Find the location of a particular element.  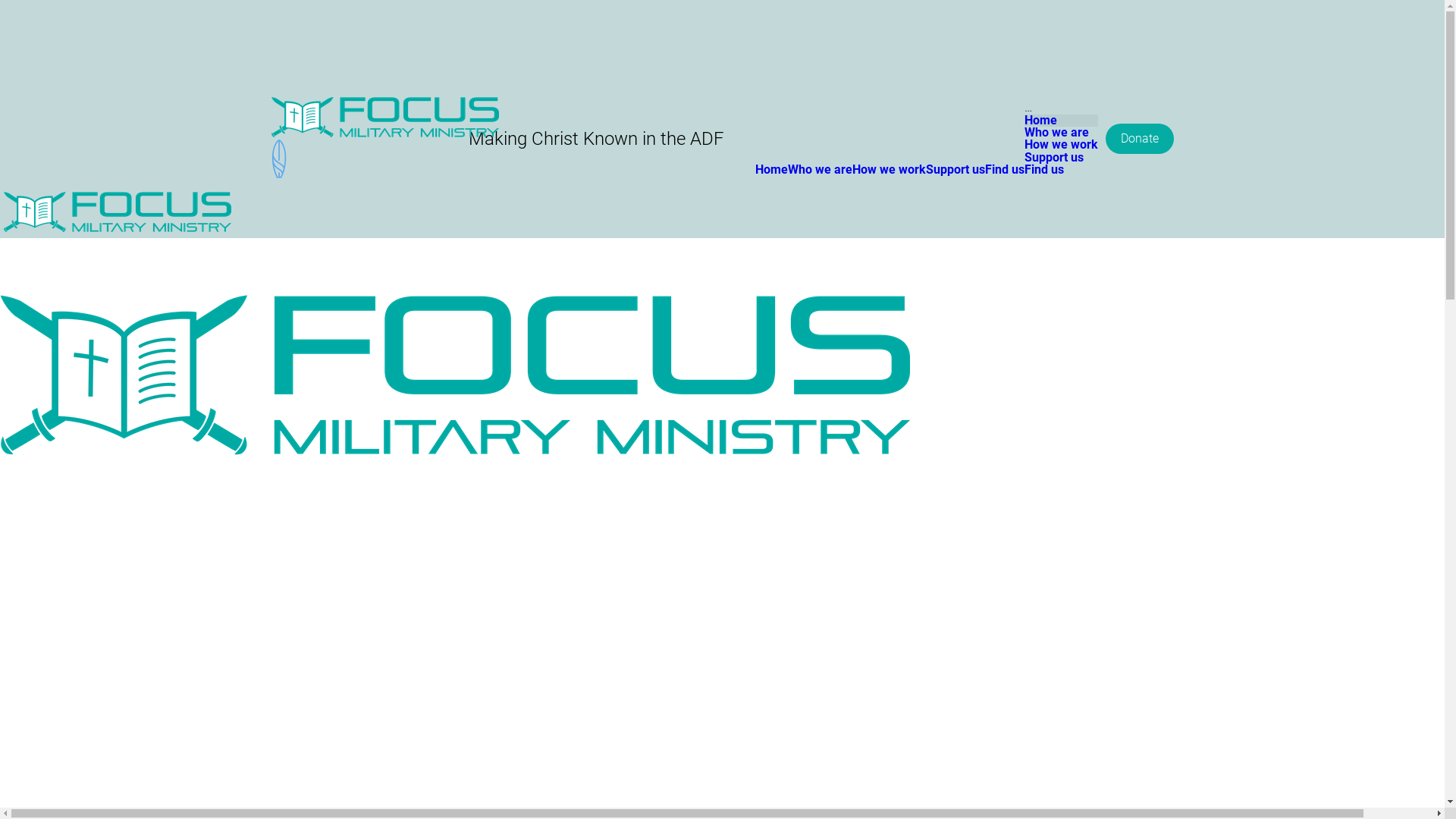

'Find us' is located at coordinates (1023, 169).